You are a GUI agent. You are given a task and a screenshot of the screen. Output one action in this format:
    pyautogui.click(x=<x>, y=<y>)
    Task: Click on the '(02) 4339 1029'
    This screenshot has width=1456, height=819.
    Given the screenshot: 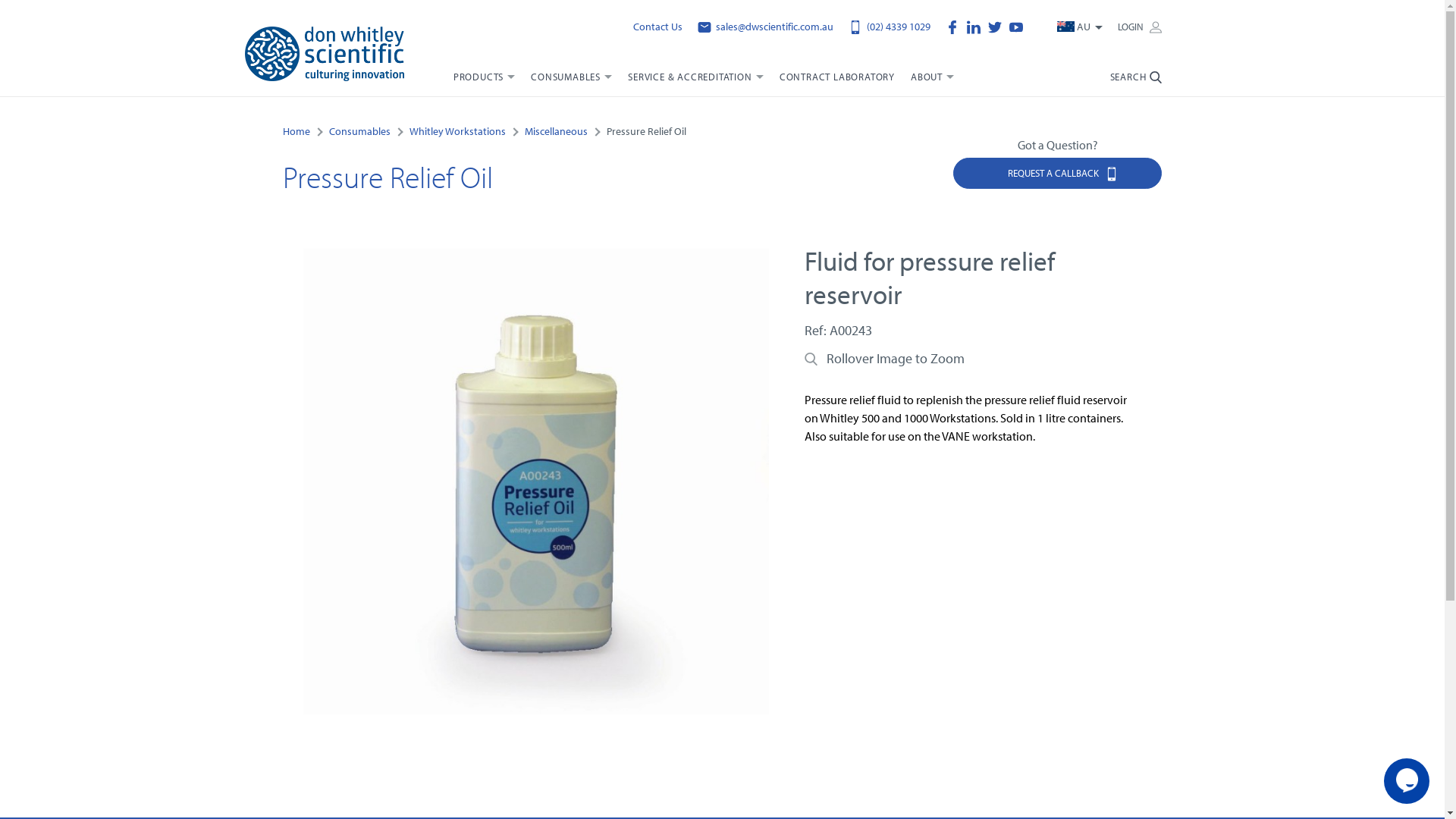 What is the action you would take?
    pyautogui.click(x=889, y=26)
    